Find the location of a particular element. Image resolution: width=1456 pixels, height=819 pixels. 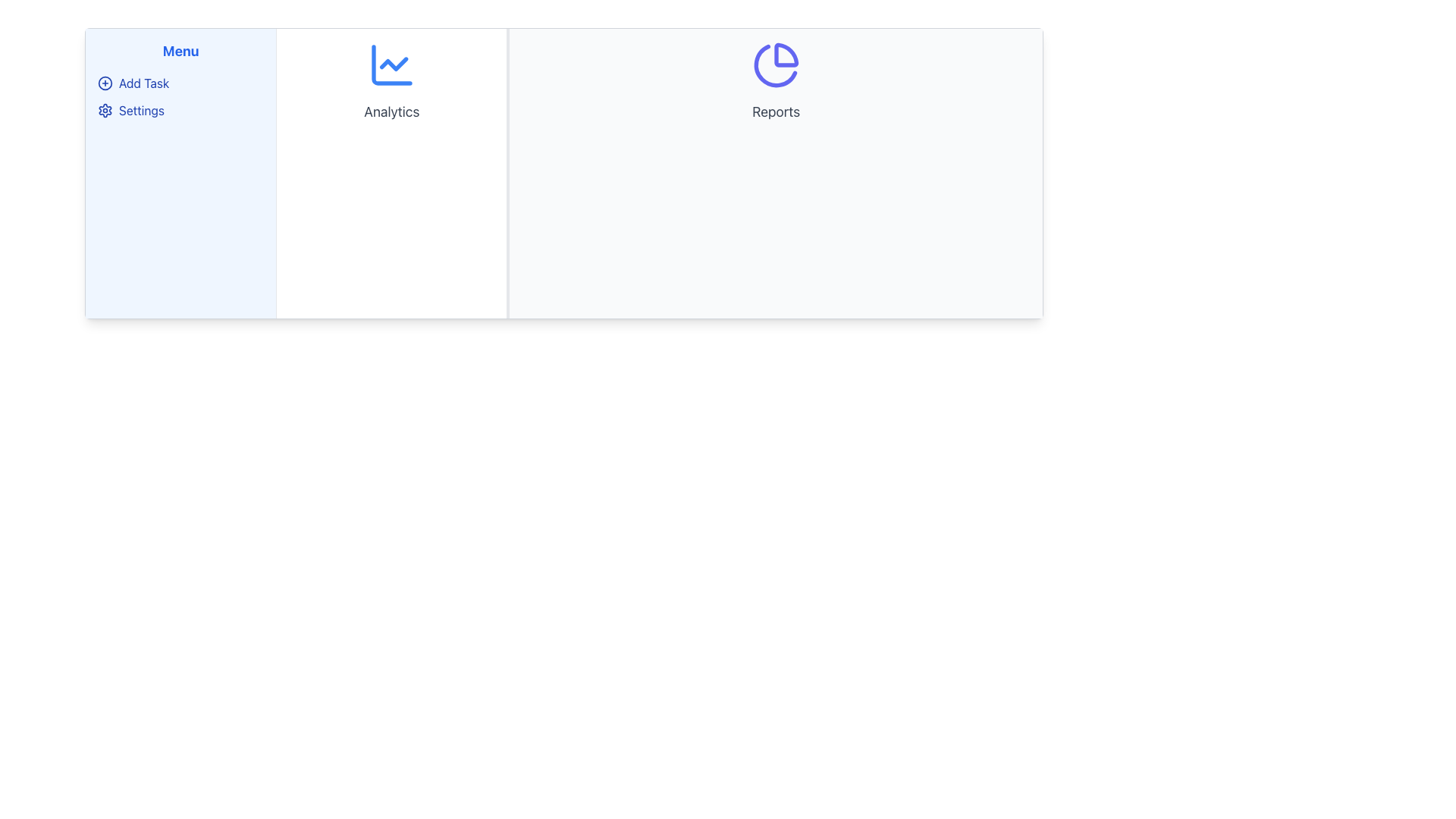

the 'Reports' text label, which is styled in gray and located below a pie chart icon in the white background area of the UI is located at coordinates (776, 111).